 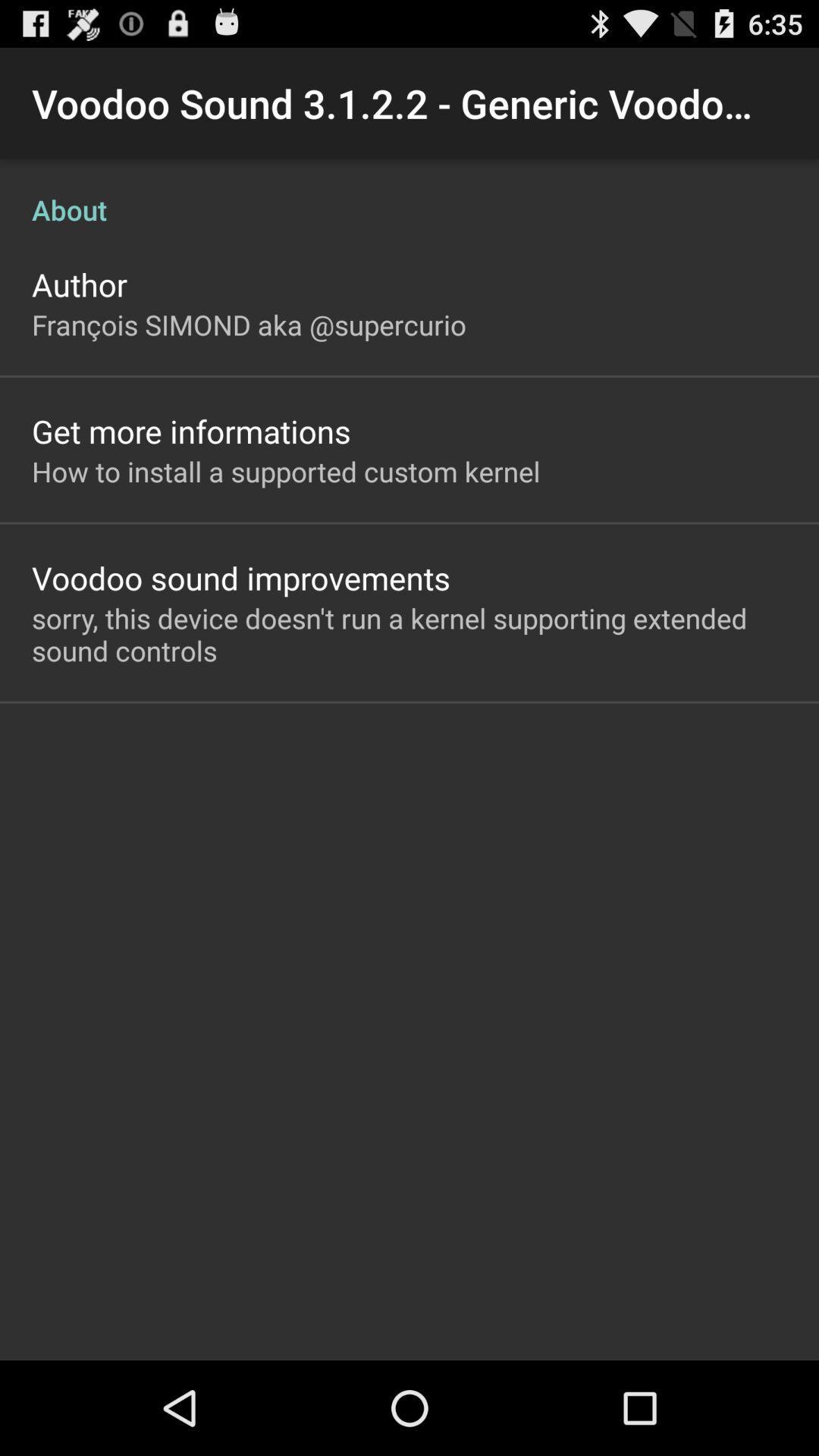 I want to click on item above the author icon, so click(x=409, y=193).